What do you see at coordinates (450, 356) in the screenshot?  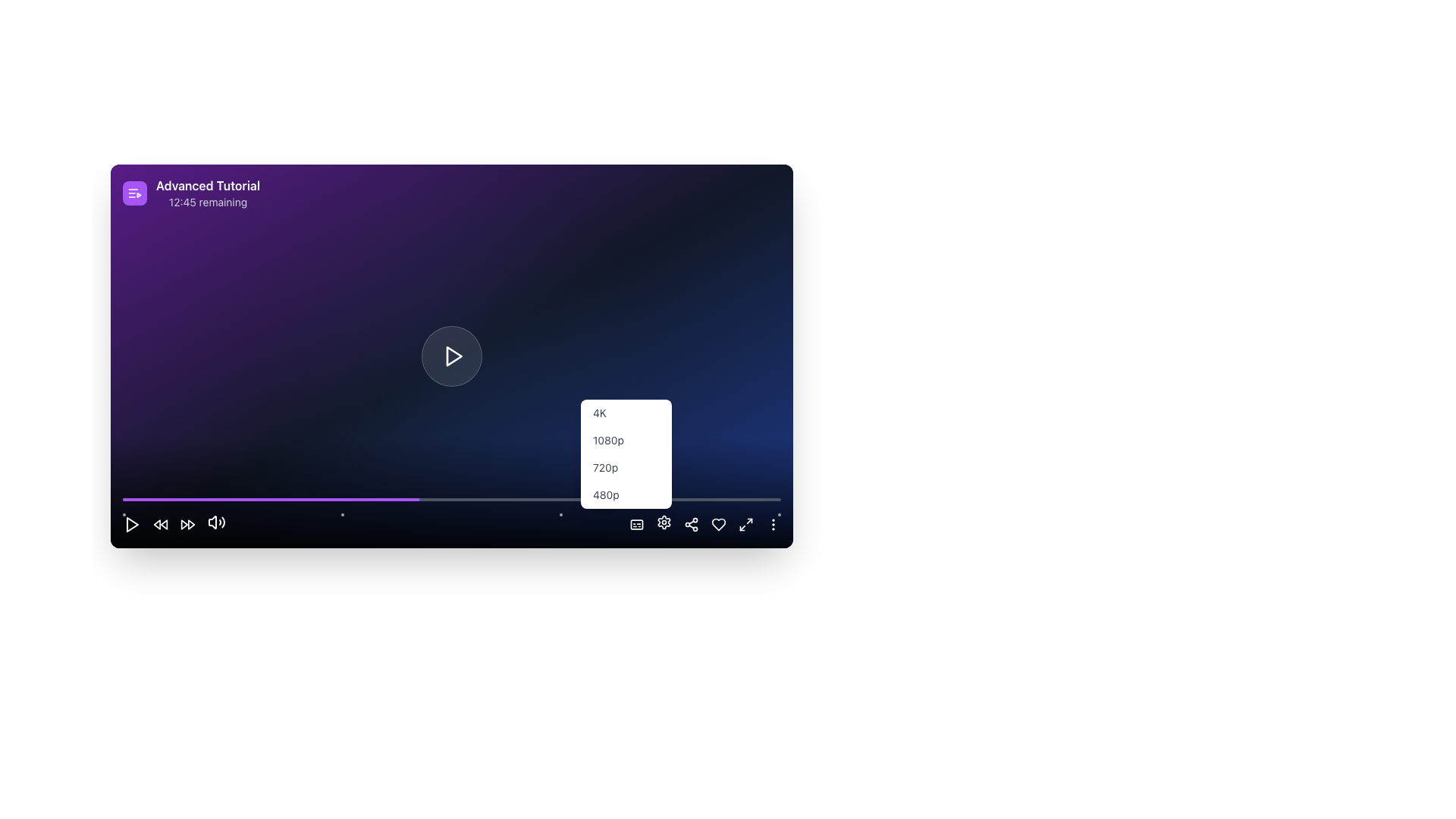 I see `the circular button with a triangular play icon at the center to change its background effect` at bounding box center [450, 356].